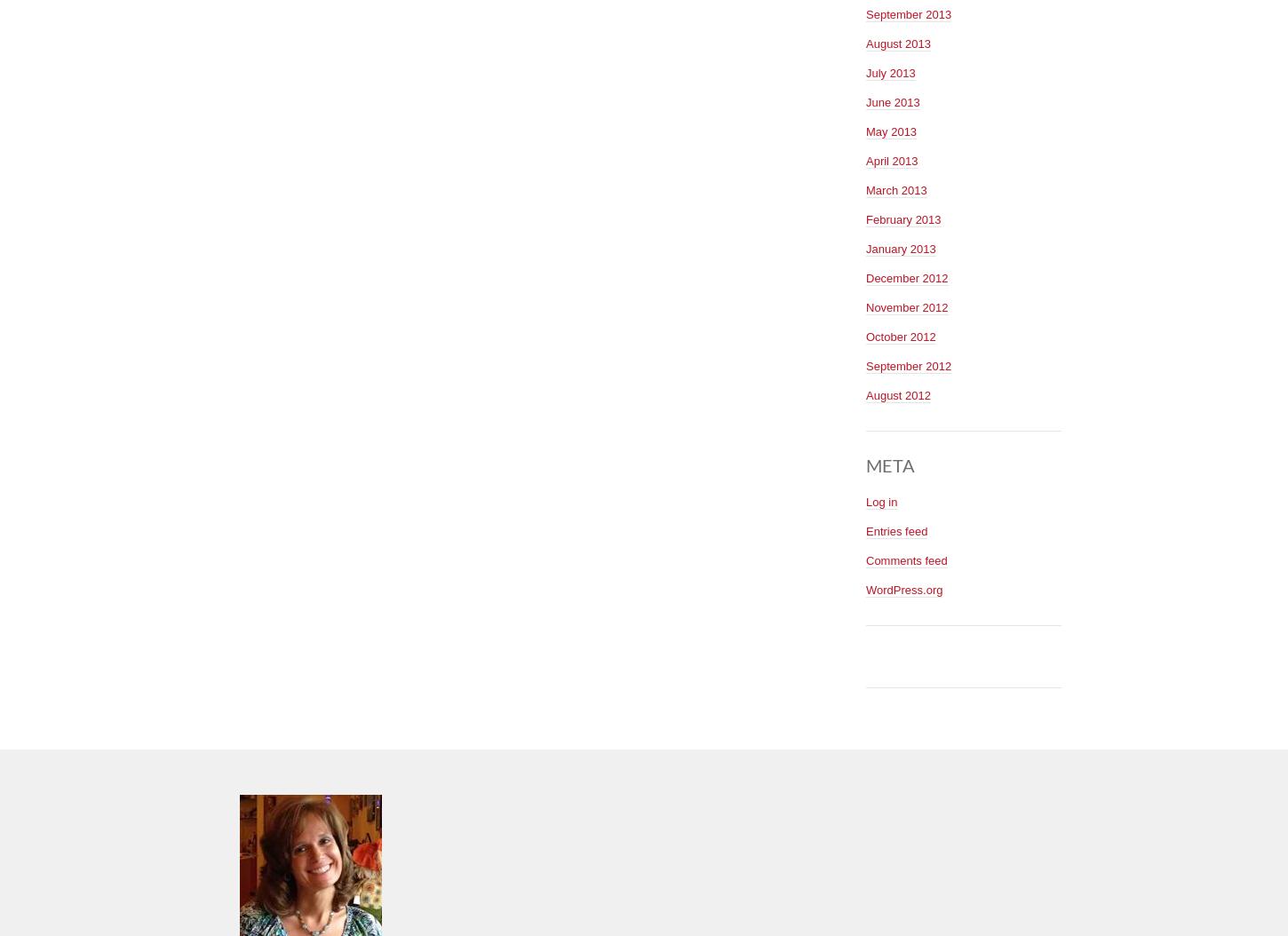 This screenshot has height=936, width=1288. Describe the element at coordinates (865, 501) in the screenshot. I see `'Log in'` at that location.